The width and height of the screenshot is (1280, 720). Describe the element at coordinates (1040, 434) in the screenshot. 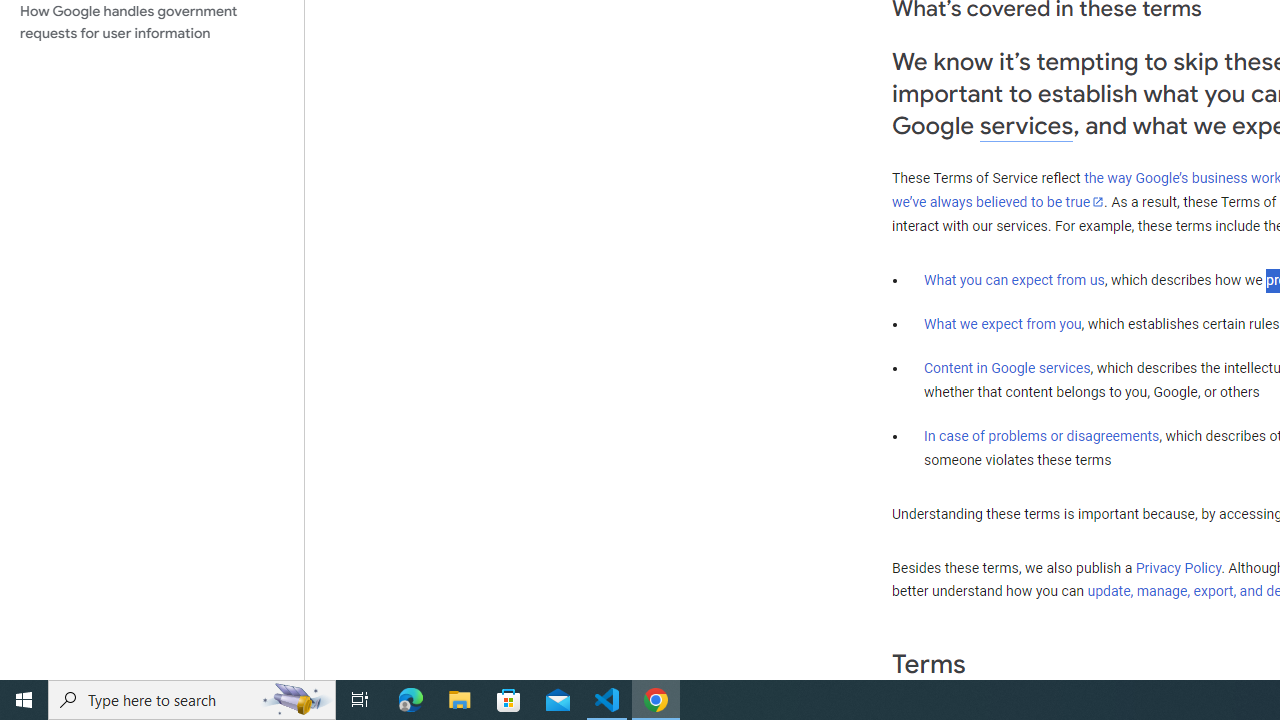

I see `'In case of problems or disagreements'` at that location.